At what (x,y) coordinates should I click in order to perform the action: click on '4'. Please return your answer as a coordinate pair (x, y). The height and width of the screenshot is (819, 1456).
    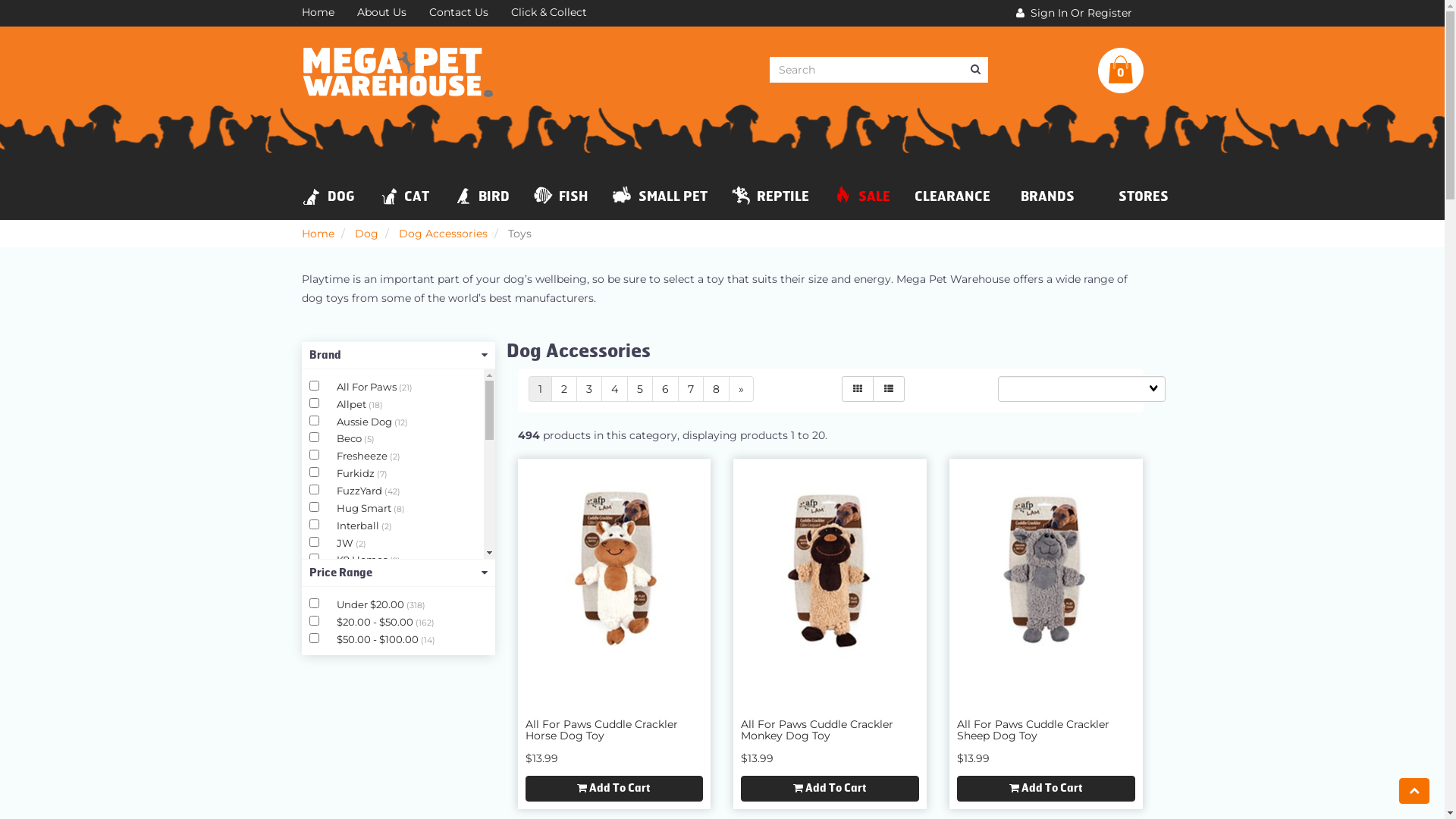
    Looking at the image, I should click on (600, 388).